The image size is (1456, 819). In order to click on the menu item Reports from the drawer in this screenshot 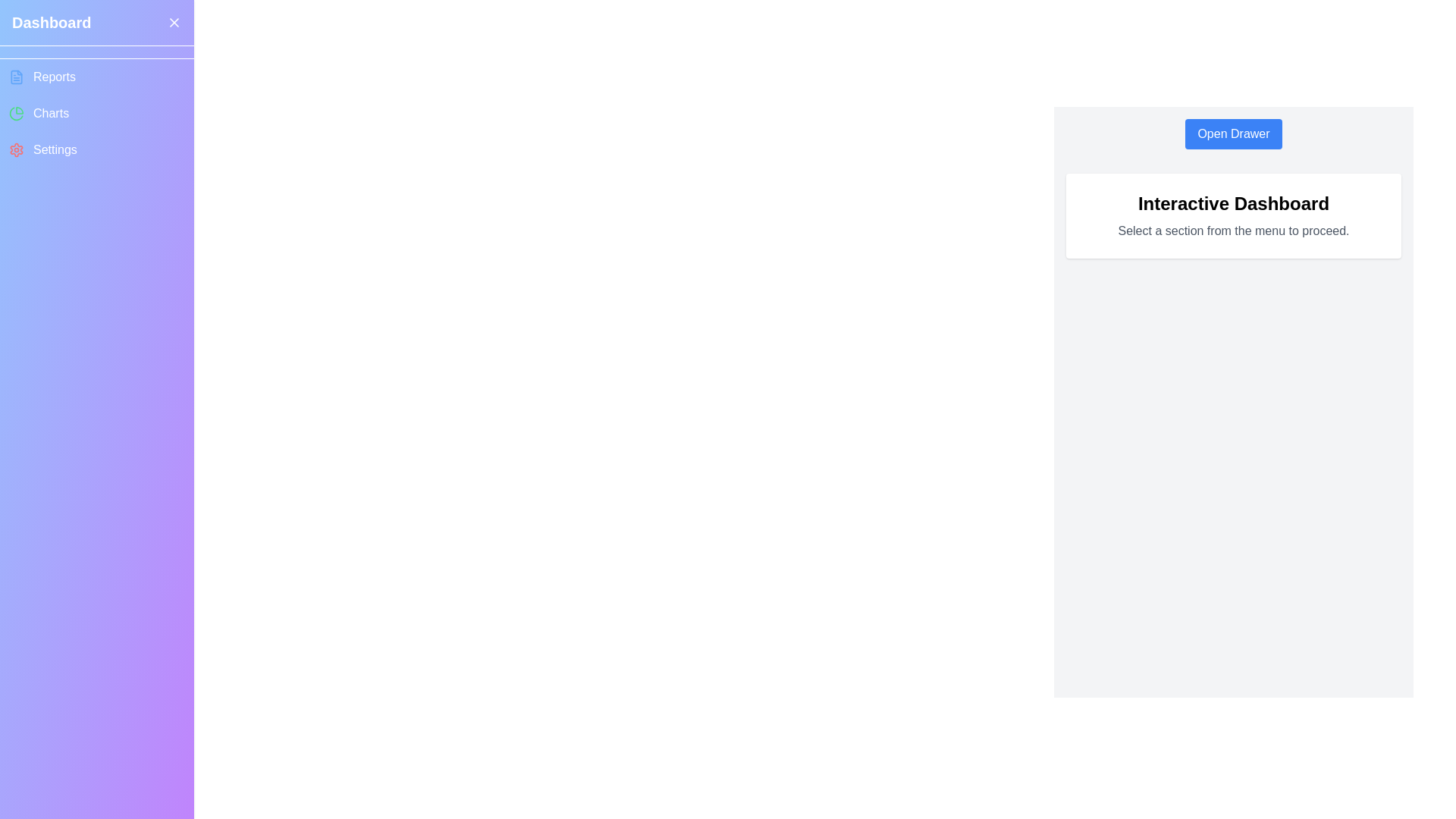, I will do `click(96, 77)`.